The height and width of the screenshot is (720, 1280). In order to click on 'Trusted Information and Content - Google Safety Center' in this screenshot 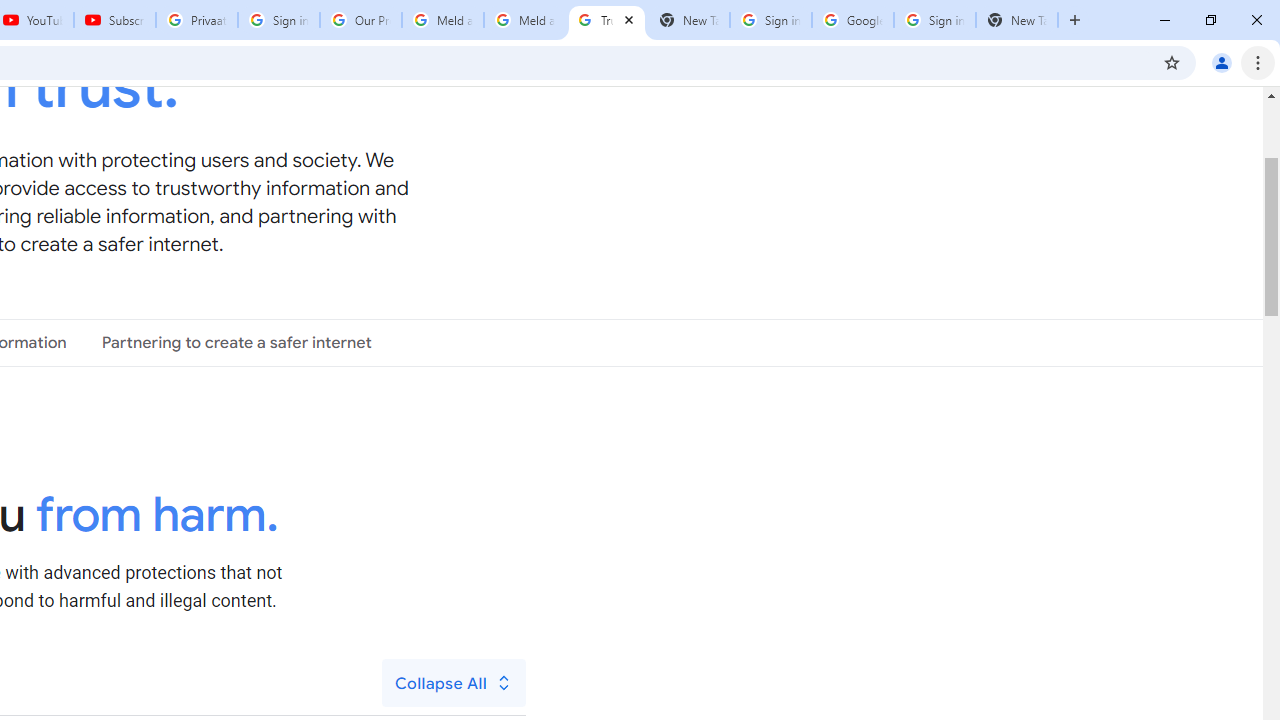, I will do `click(605, 20)`.